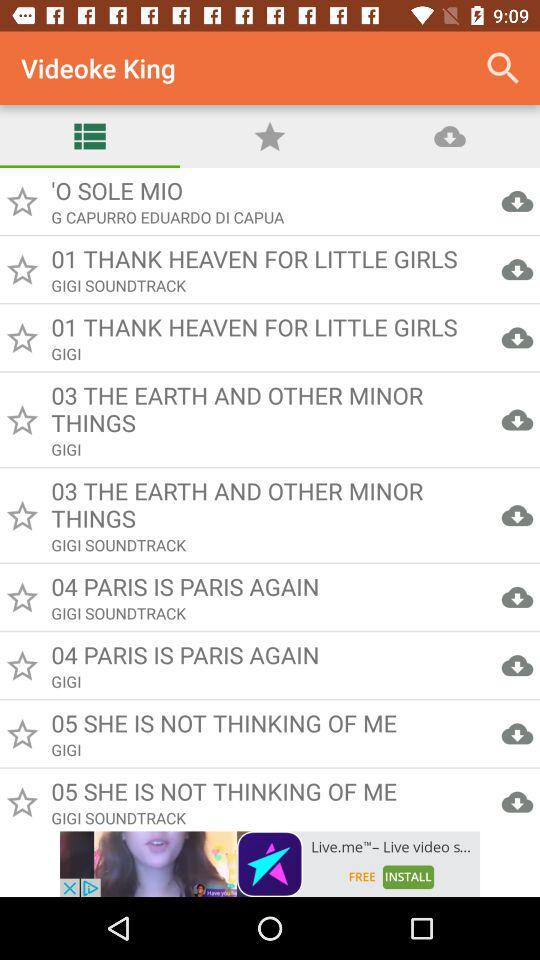  I want to click on the fifth download button, so click(517, 514).